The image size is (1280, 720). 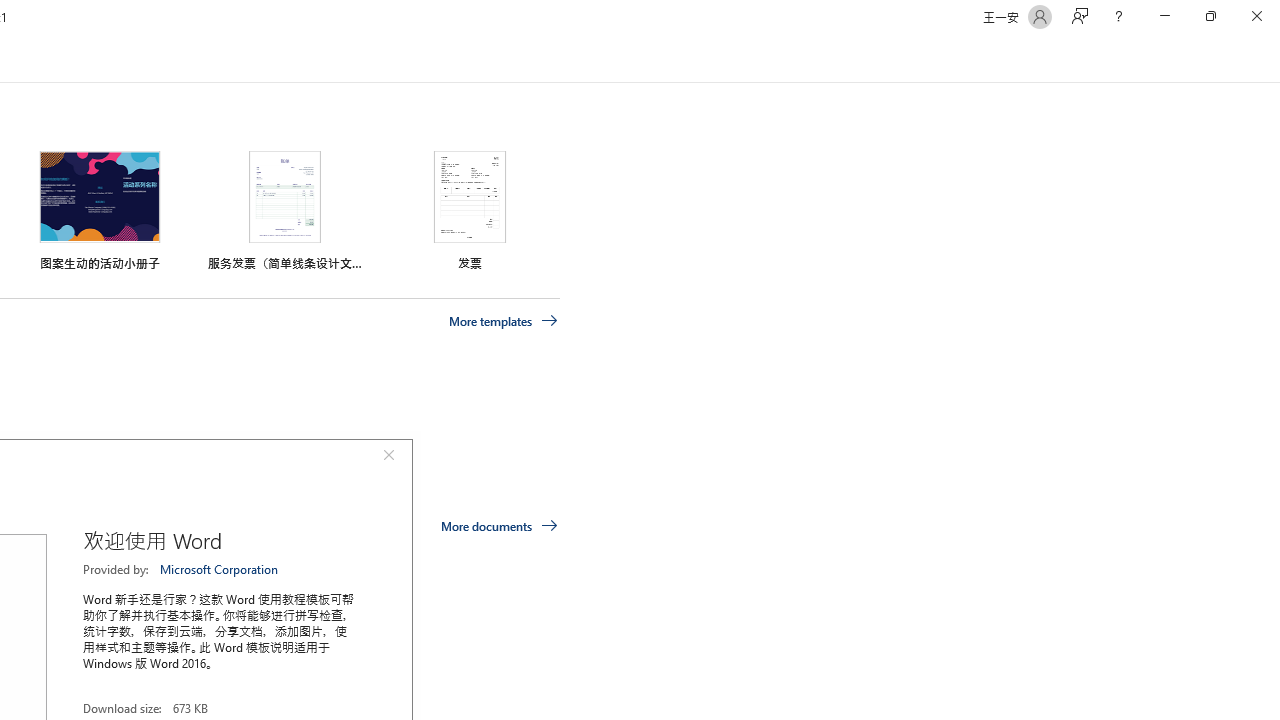 I want to click on 'Microsoft Corporation', so click(x=220, y=569).